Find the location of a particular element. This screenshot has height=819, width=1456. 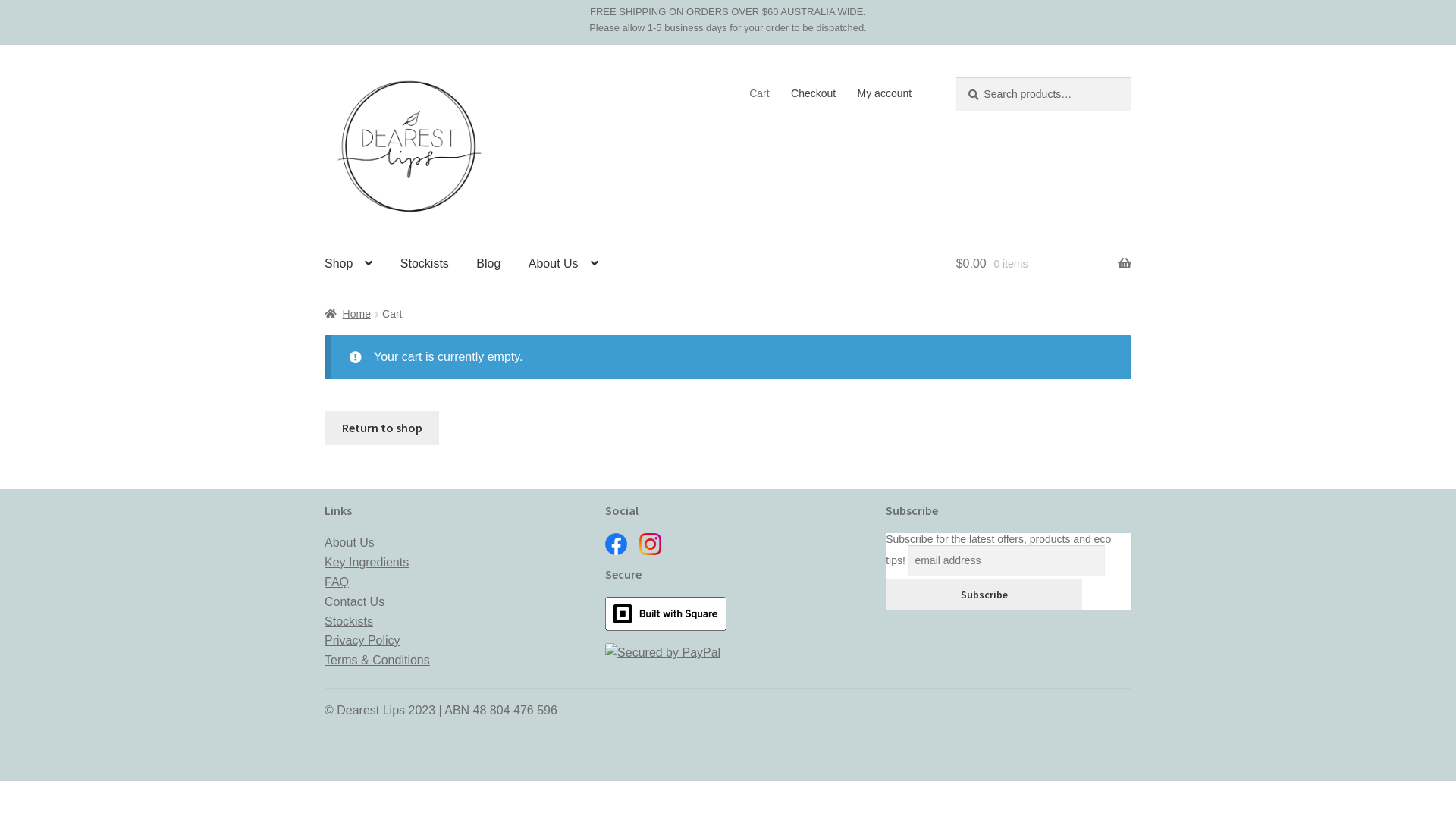

'Checkout' is located at coordinates (813, 93).